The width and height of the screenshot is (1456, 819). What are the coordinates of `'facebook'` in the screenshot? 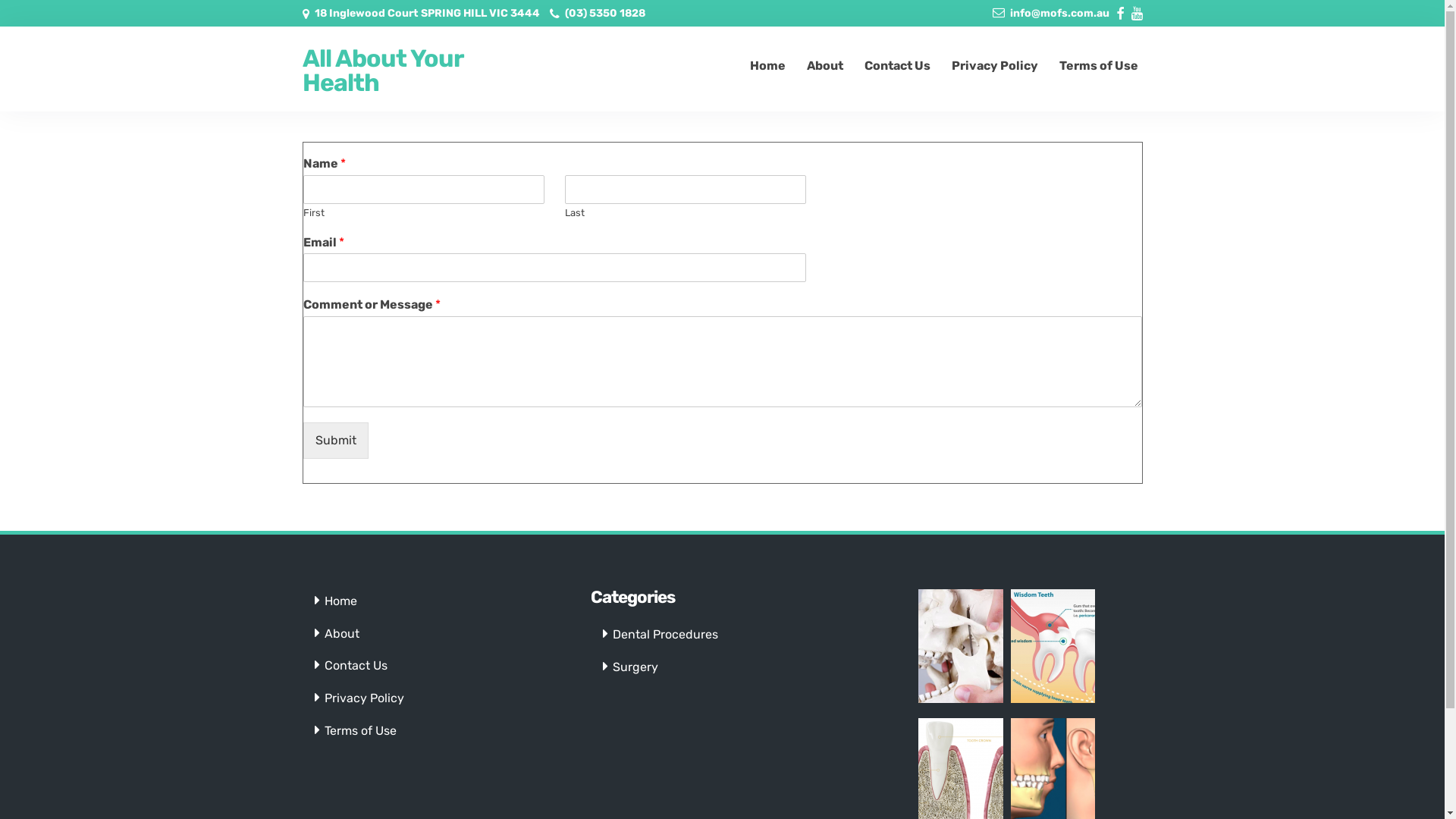 It's located at (1116, 10).